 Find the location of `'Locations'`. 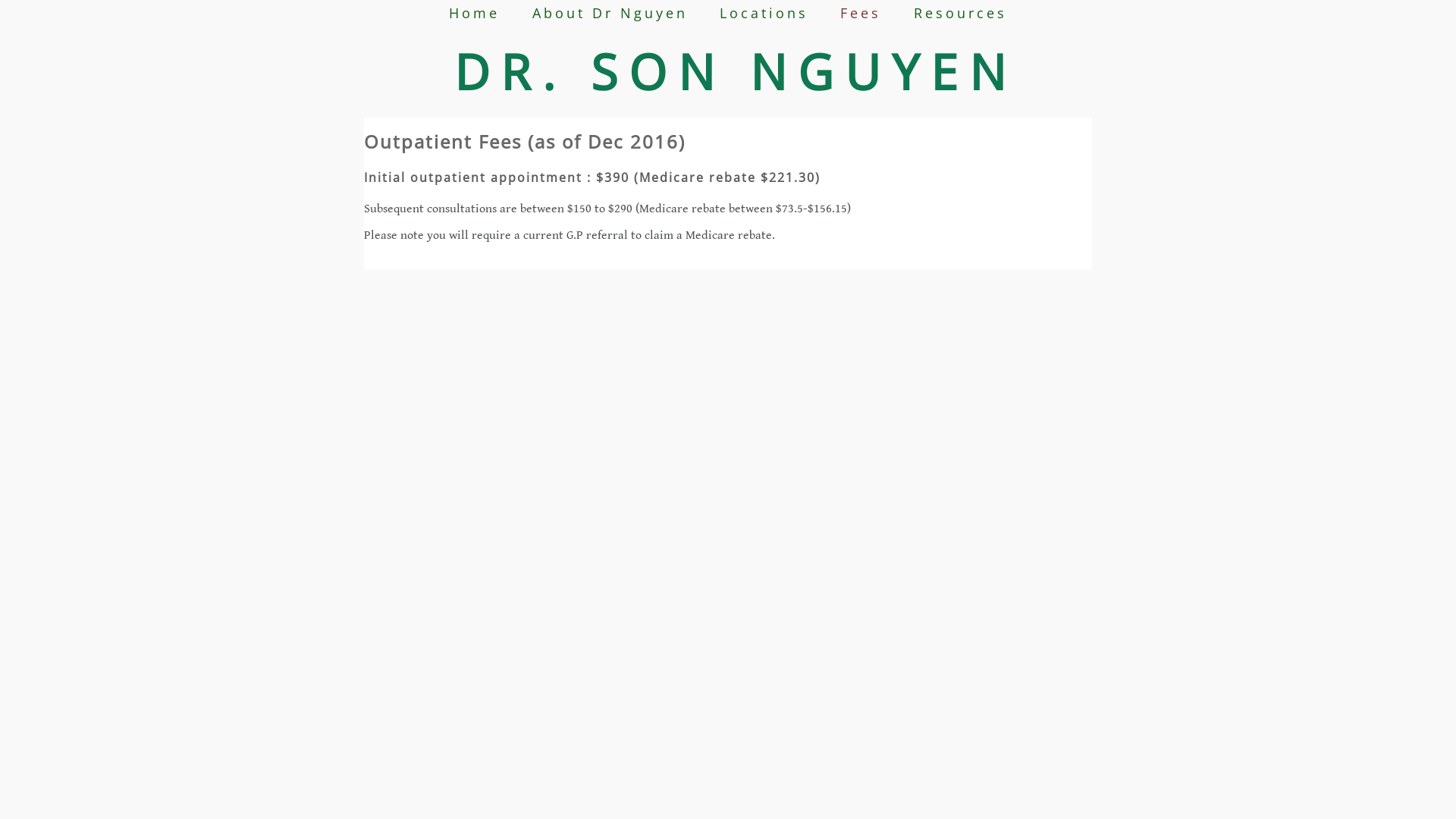

'Locations' is located at coordinates (764, 12).